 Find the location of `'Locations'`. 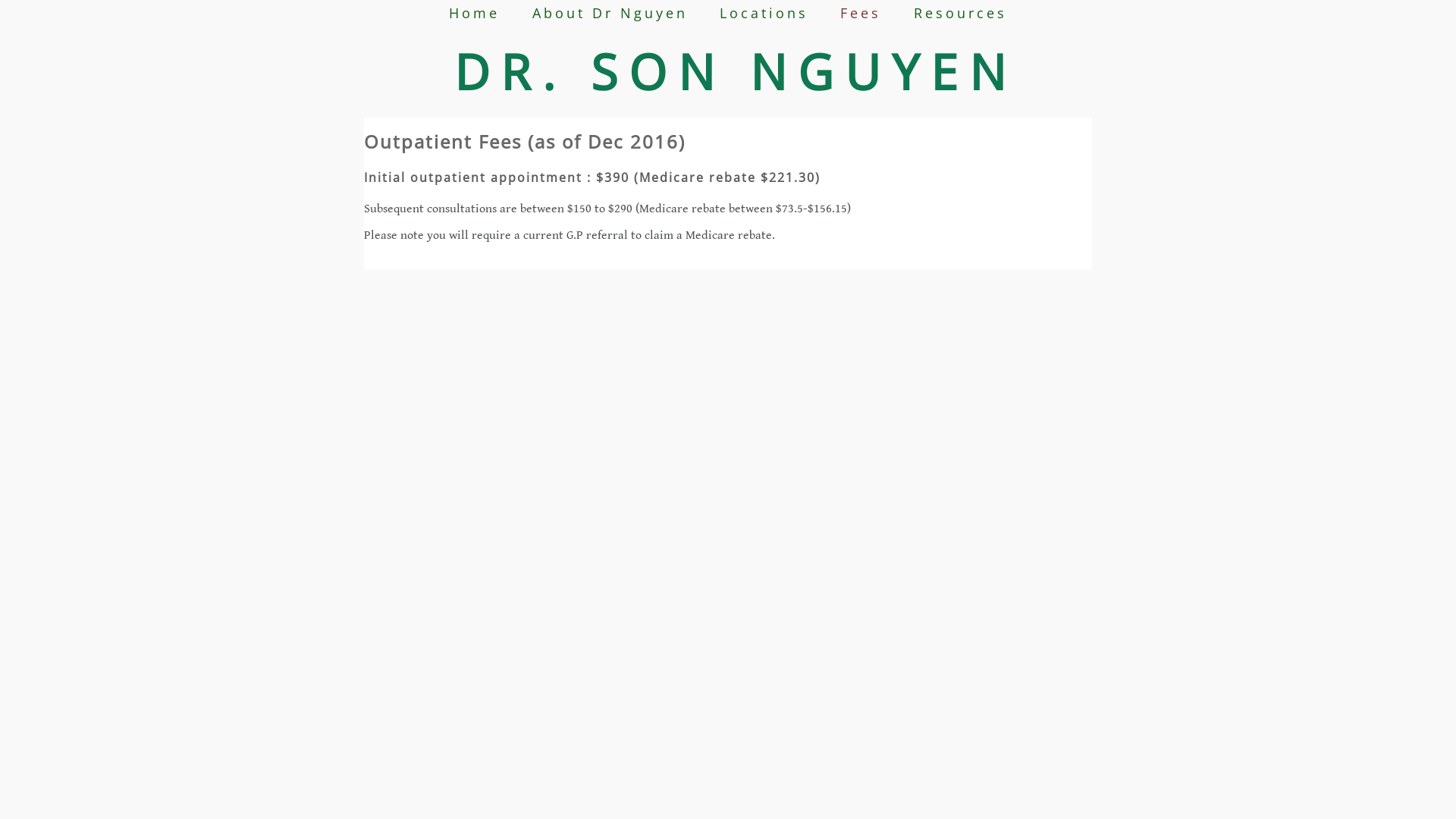

'Locations' is located at coordinates (764, 12).